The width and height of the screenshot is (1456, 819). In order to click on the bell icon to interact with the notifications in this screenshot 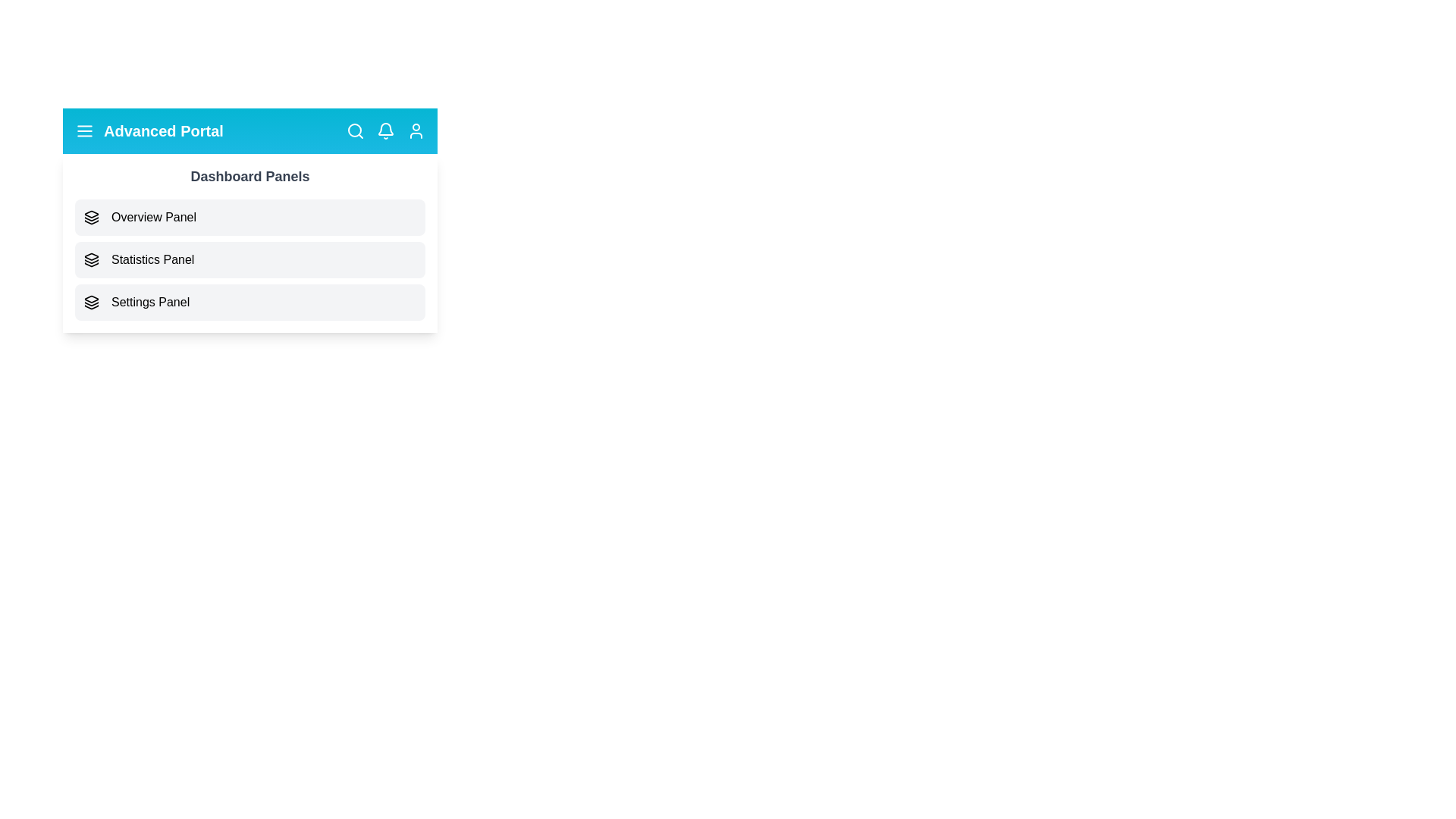, I will do `click(385, 130)`.